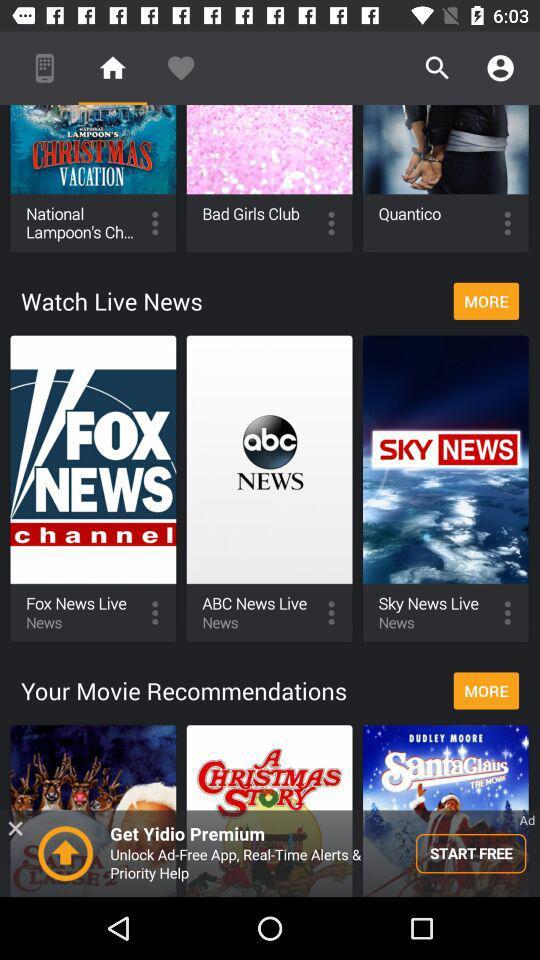 Image resolution: width=540 pixels, height=960 pixels. Describe the element at coordinates (113, 68) in the screenshot. I see `home icon` at that location.